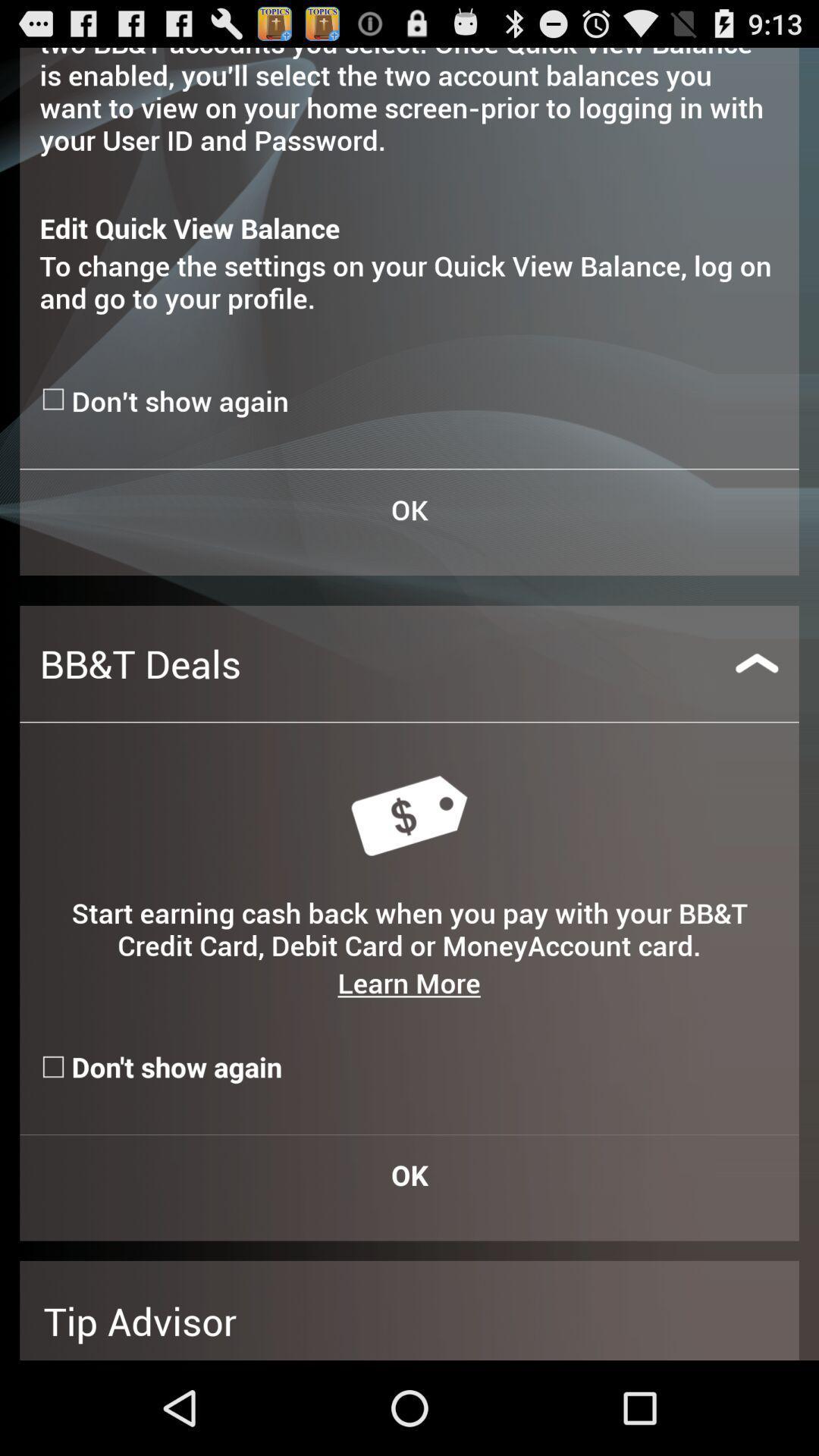 The height and width of the screenshot is (1456, 819). Describe the element at coordinates (408, 983) in the screenshot. I see `the learn more item` at that location.